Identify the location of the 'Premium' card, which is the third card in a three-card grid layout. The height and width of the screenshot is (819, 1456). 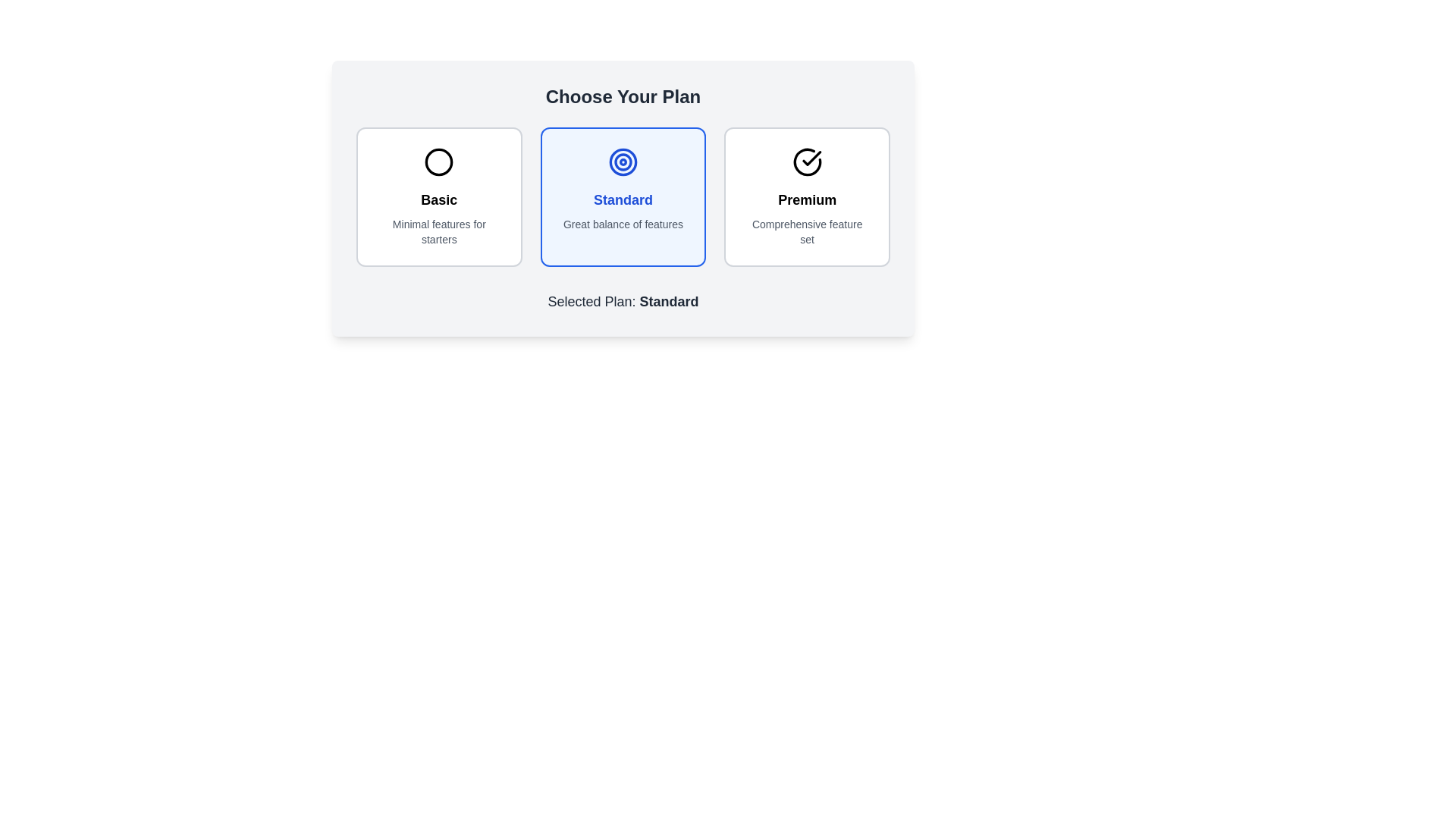
(806, 196).